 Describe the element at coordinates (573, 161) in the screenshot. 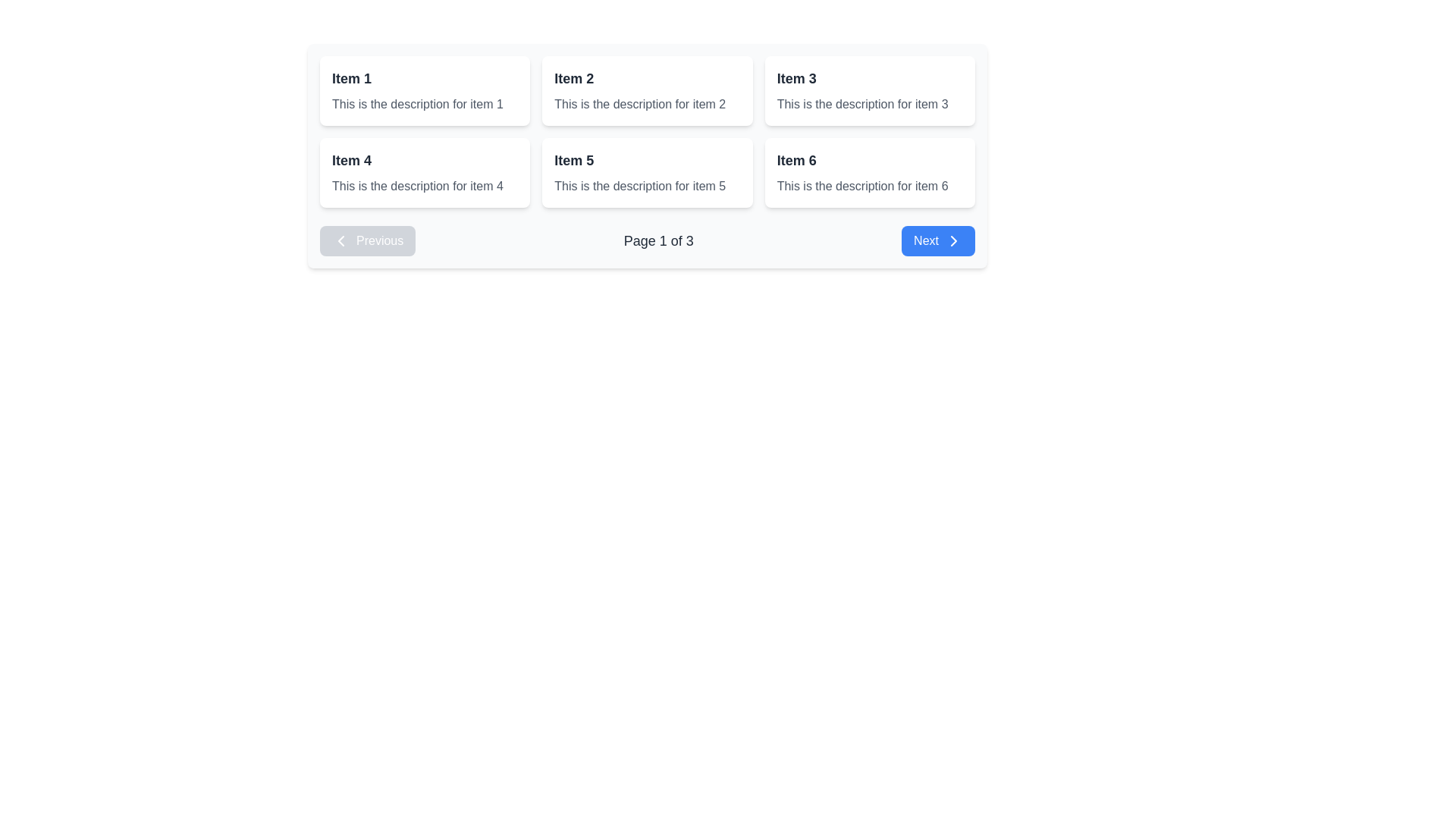

I see `the static text label with bold and large 'Item 5' in dark gray, located in the second row, first column of a grid layout within a white card` at that location.